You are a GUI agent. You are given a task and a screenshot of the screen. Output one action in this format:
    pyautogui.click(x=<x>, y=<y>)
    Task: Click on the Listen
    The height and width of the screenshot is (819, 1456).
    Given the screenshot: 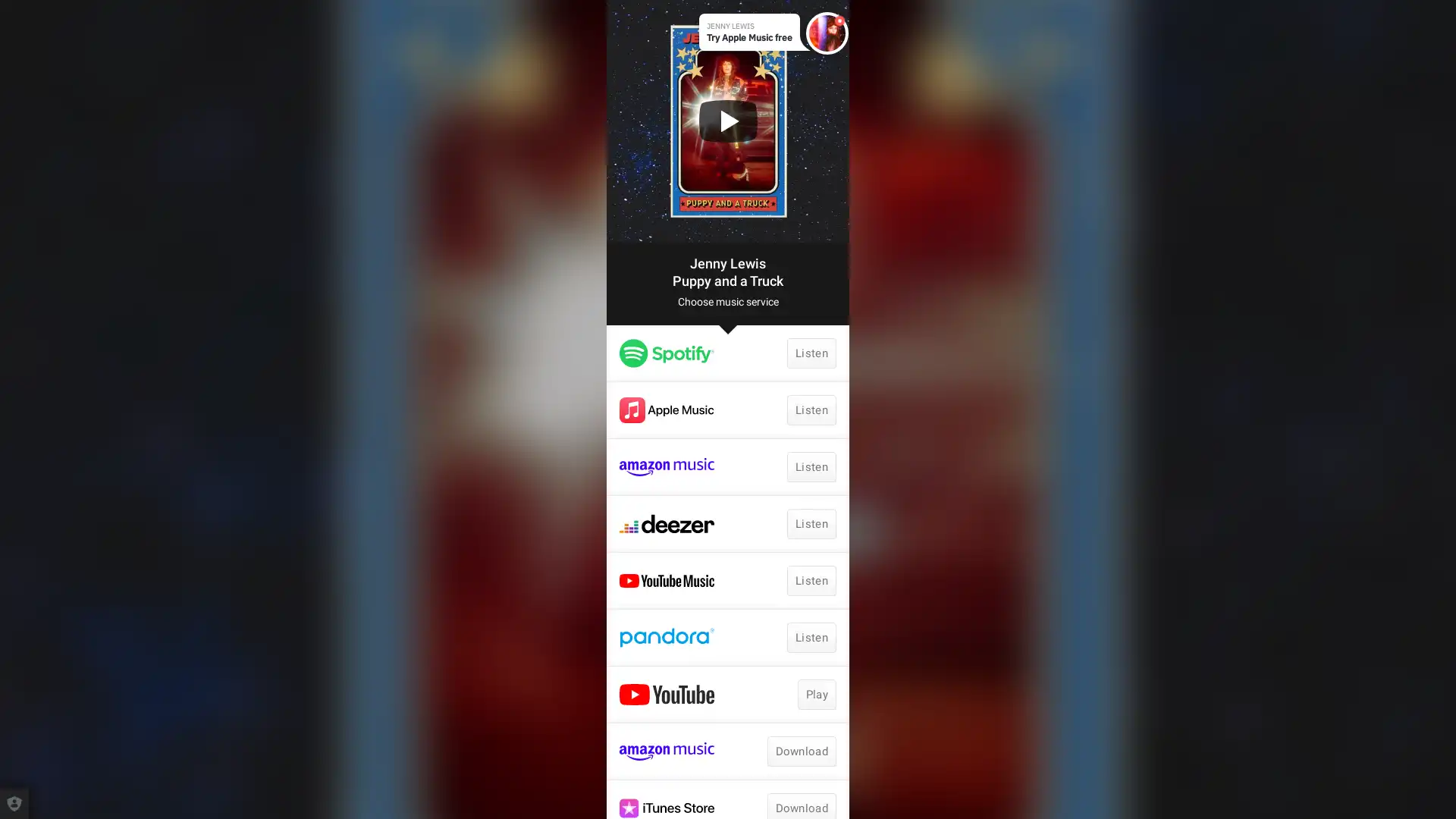 What is the action you would take?
    pyautogui.click(x=811, y=522)
    